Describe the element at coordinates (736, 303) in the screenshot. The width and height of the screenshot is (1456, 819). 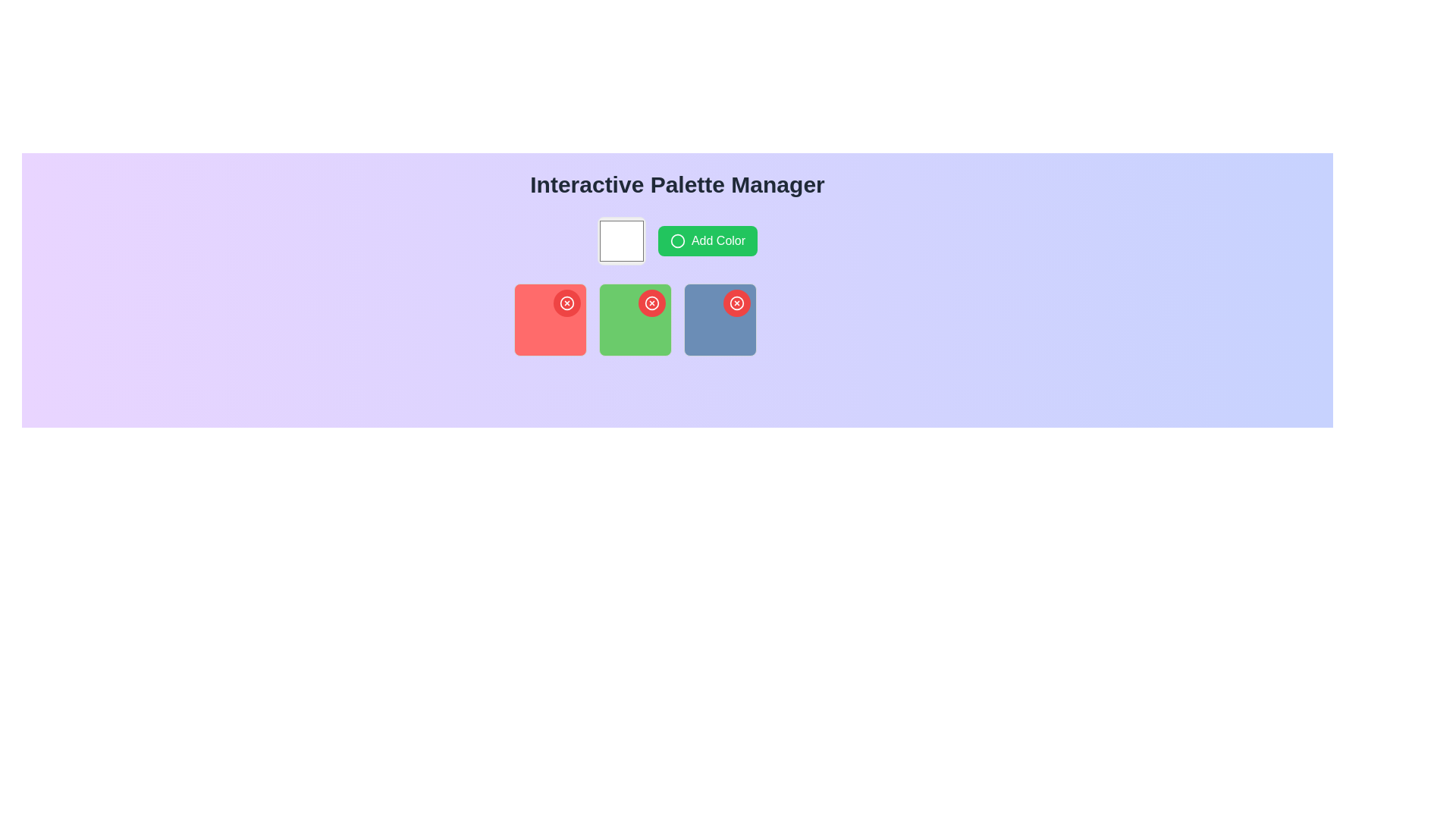
I see `the circular SVG icon with a red fill and white stroke located at the top-right edge of the red square` at that location.